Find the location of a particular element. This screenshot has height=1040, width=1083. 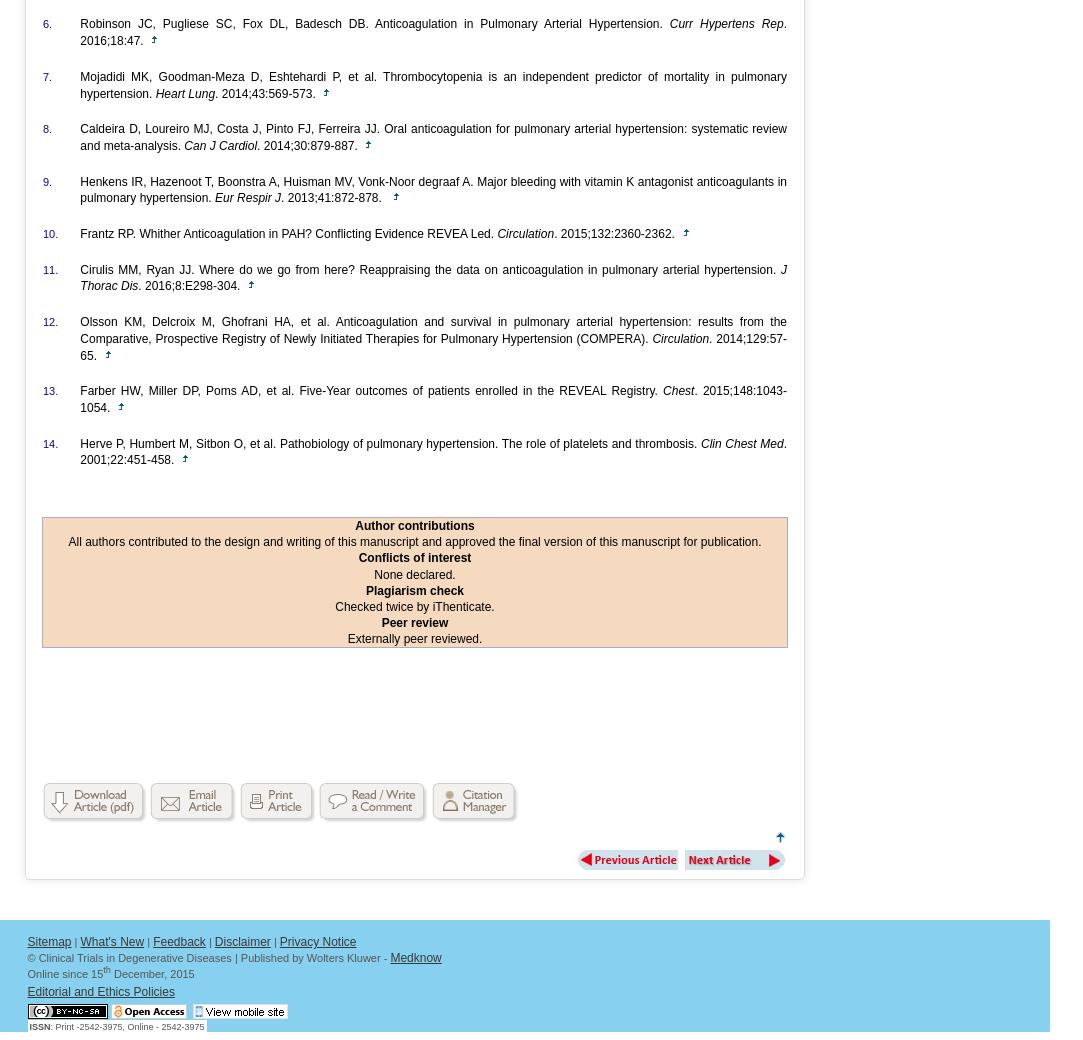

'Frantz RP. Whither Anticoagulation in PAH? Conflicting Evidence REVEA Led.' is located at coordinates (288, 232).